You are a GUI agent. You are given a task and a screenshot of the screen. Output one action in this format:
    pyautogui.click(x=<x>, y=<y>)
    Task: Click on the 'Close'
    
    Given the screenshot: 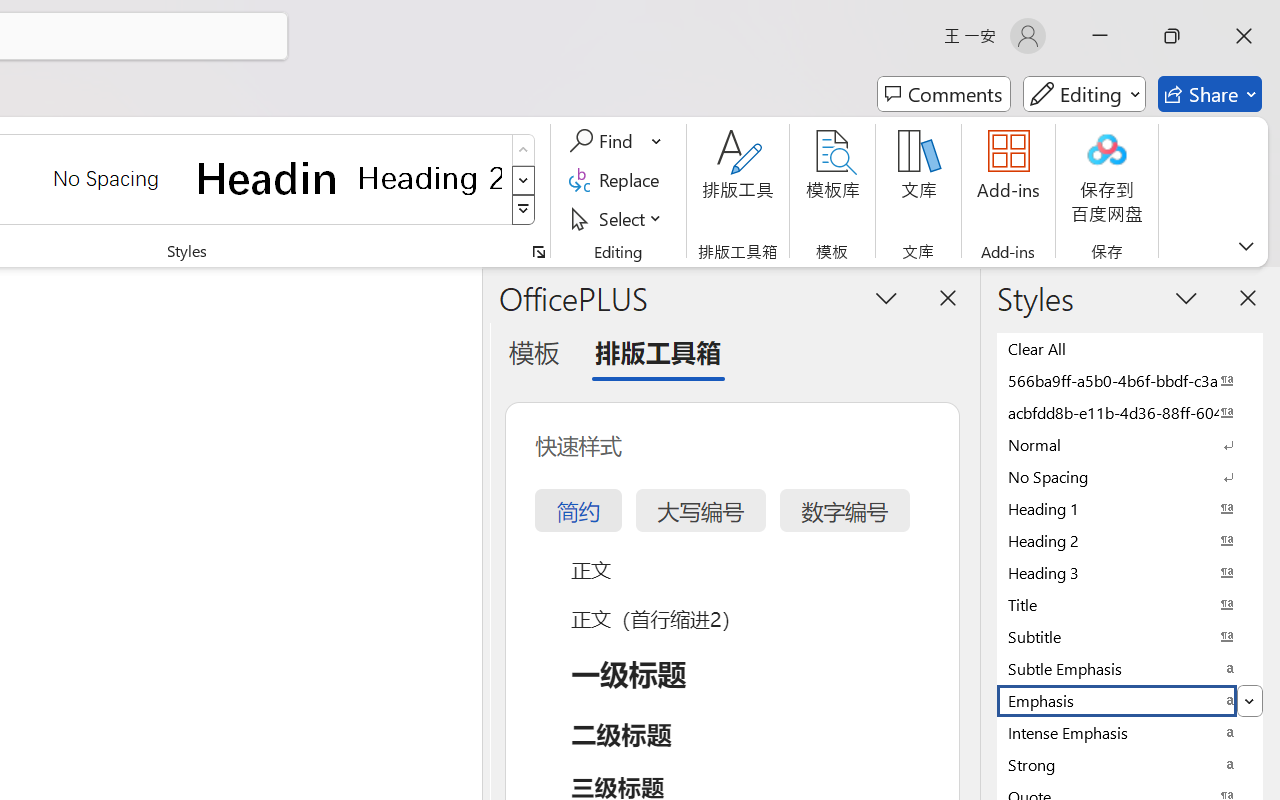 What is the action you would take?
    pyautogui.click(x=1243, y=35)
    